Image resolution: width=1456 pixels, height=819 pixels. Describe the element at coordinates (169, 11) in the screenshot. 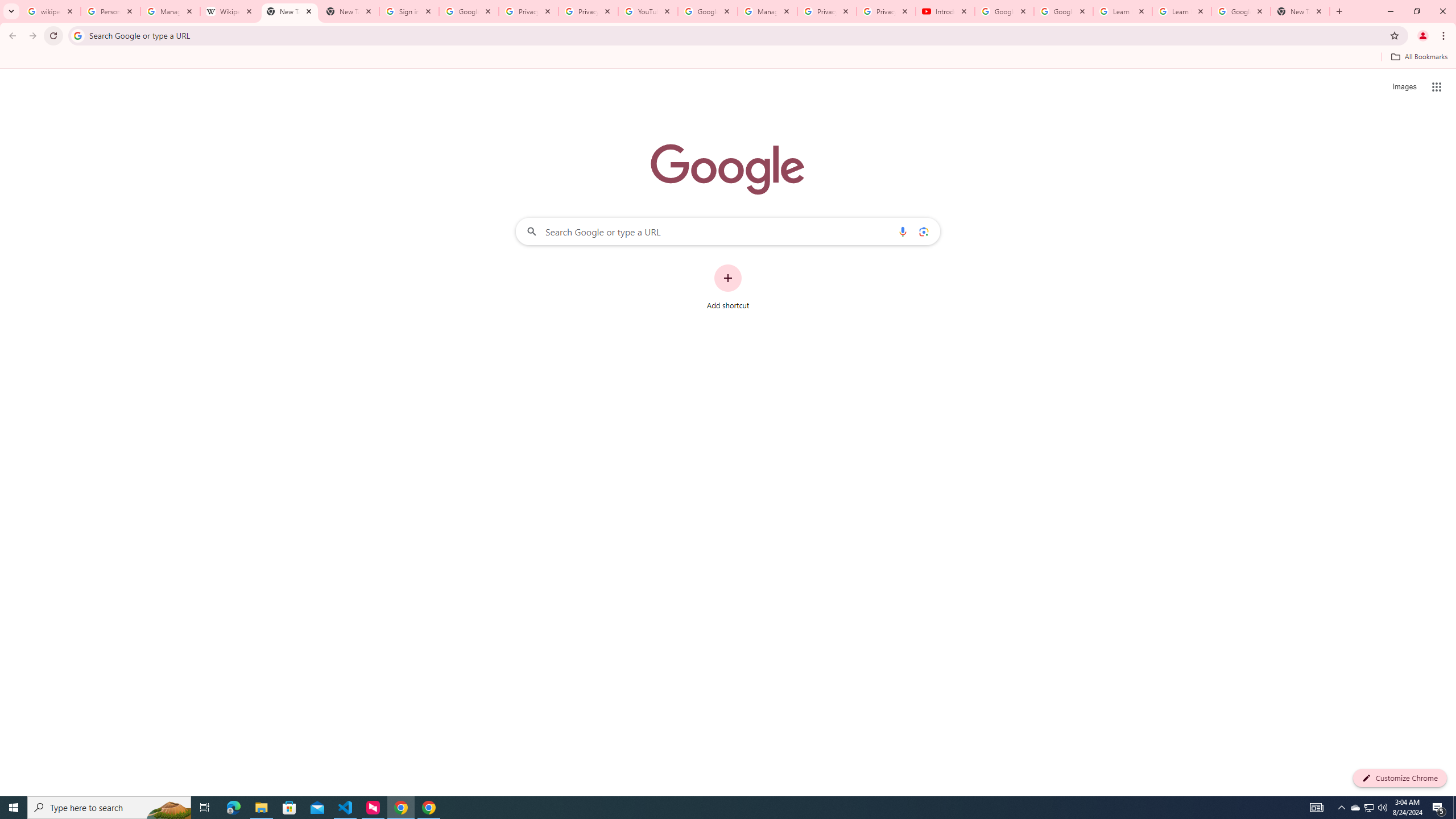

I see `'Manage your Location History - Google Search Help'` at that location.